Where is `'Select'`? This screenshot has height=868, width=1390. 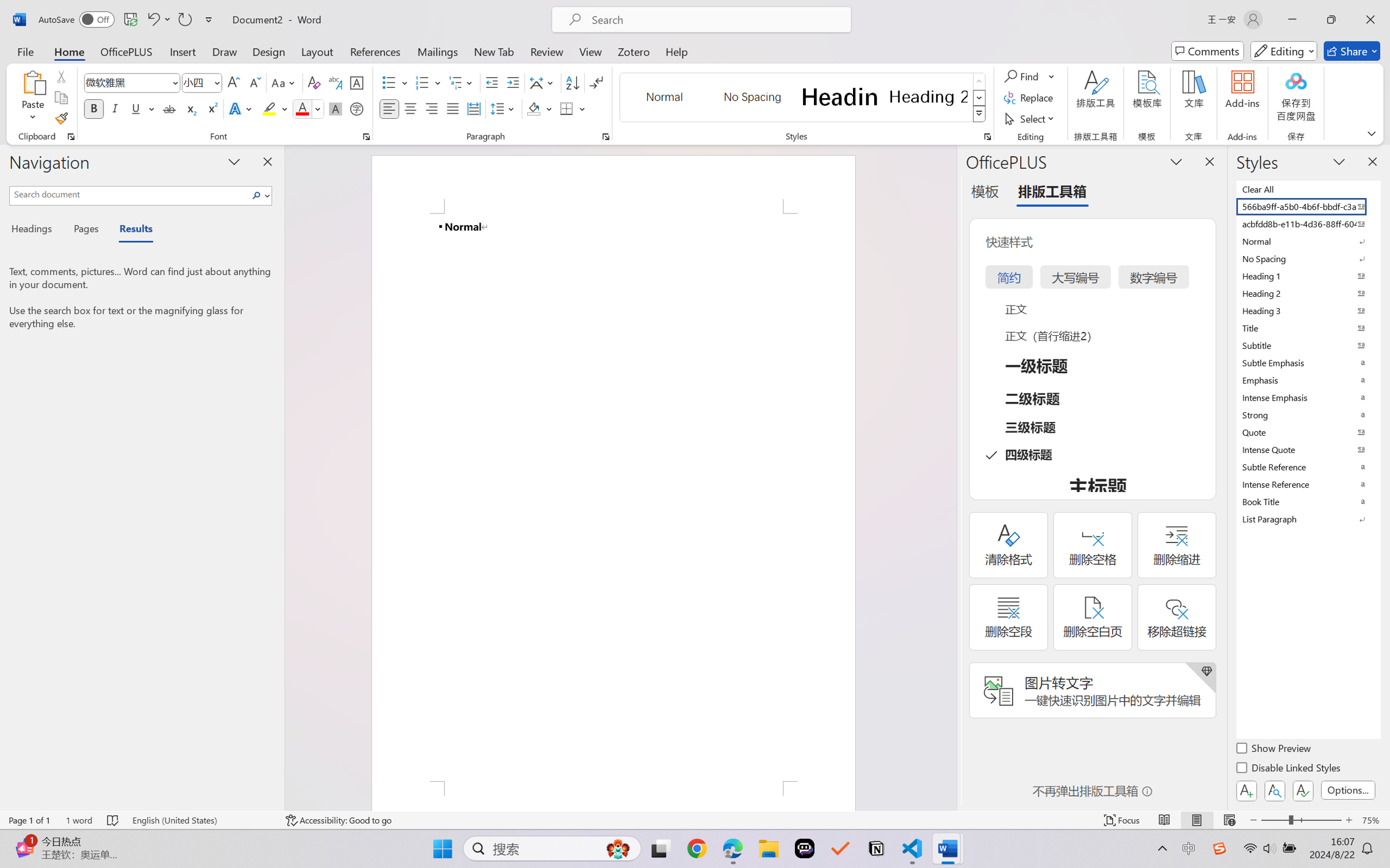
'Select' is located at coordinates (1031, 119).